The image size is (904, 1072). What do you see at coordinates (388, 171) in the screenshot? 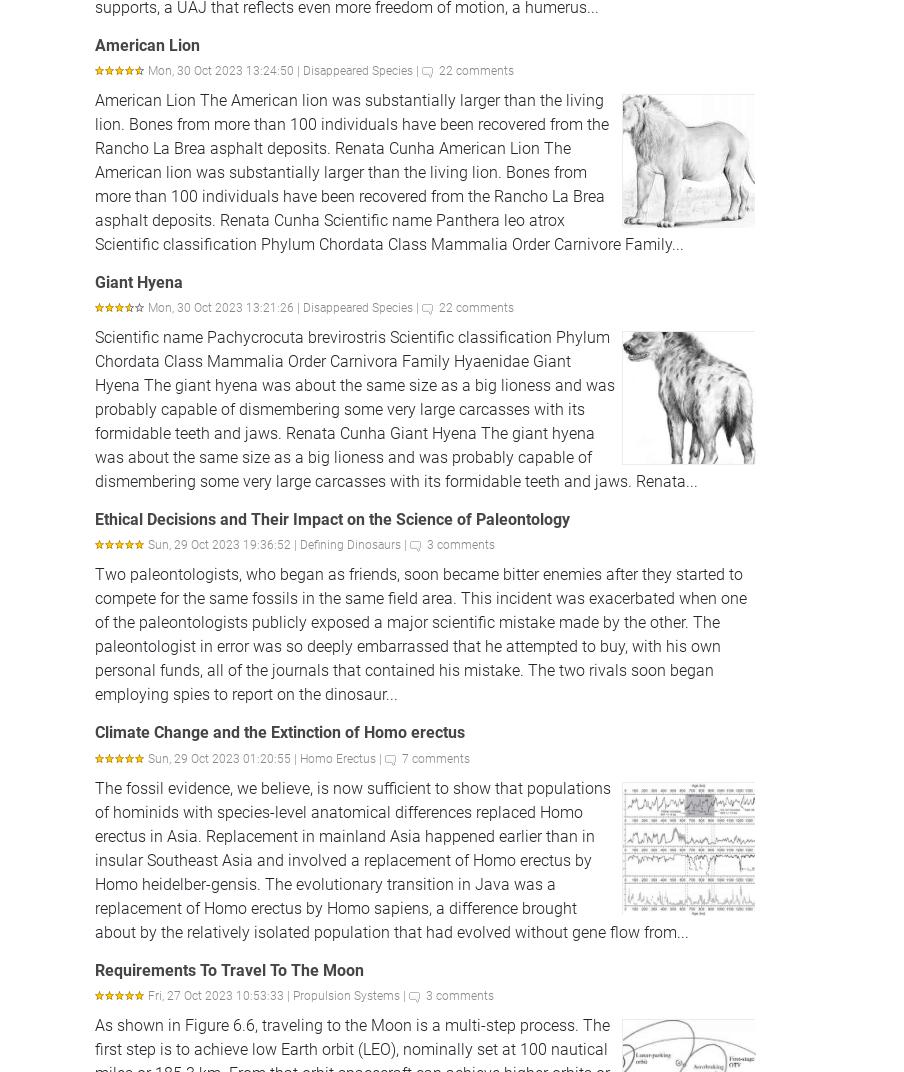
I see `'American Lion The American lion was substantially larger than the living lion. Bones from more than 100 individuals have been recovered from the Rancho La Brea asphalt deposits. Renata Cunha American Lion The American lion was substantially larger than the living lion. Bones from more than 100 individuals have been recovered from the Rancho La Brea asphalt deposits. Renata Cunha Scientific name Panthera leo atrox Scientific classification Phylum Chordata Class Mammalia Order Carnivore Family...'` at bounding box center [388, 171].